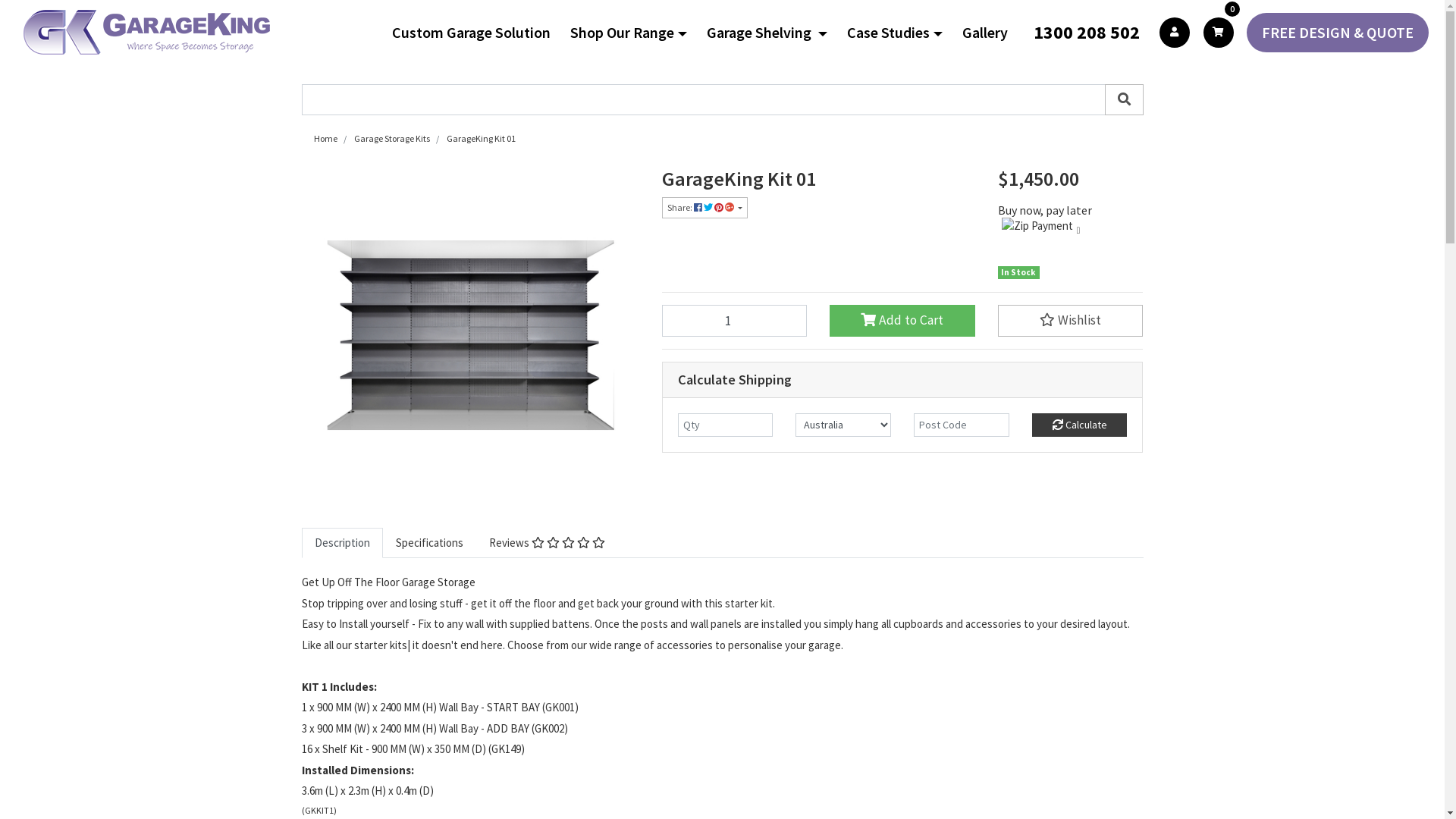 The image size is (1456, 819). Describe the element at coordinates (990, 32) in the screenshot. I see `'Gallery'` at that location.